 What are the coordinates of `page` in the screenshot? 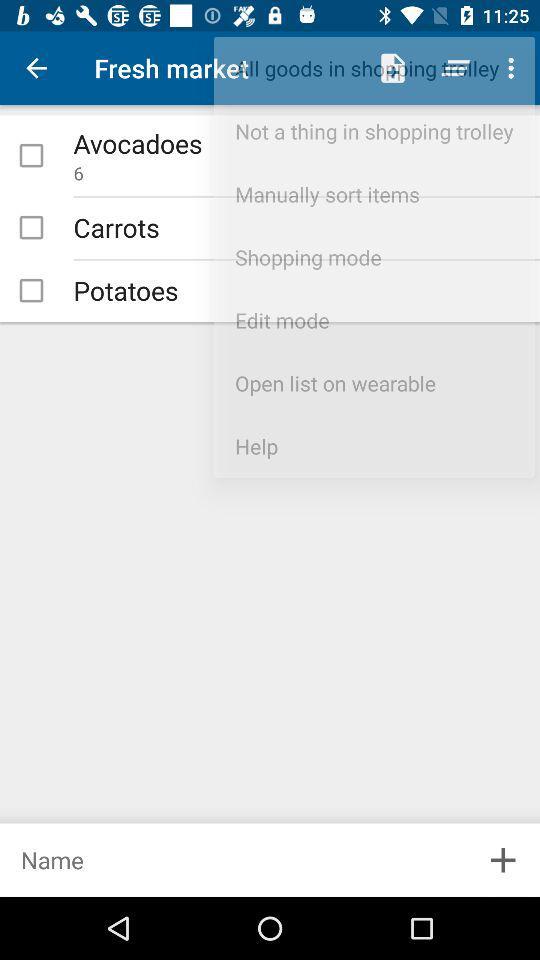 It's located at (232, 859).